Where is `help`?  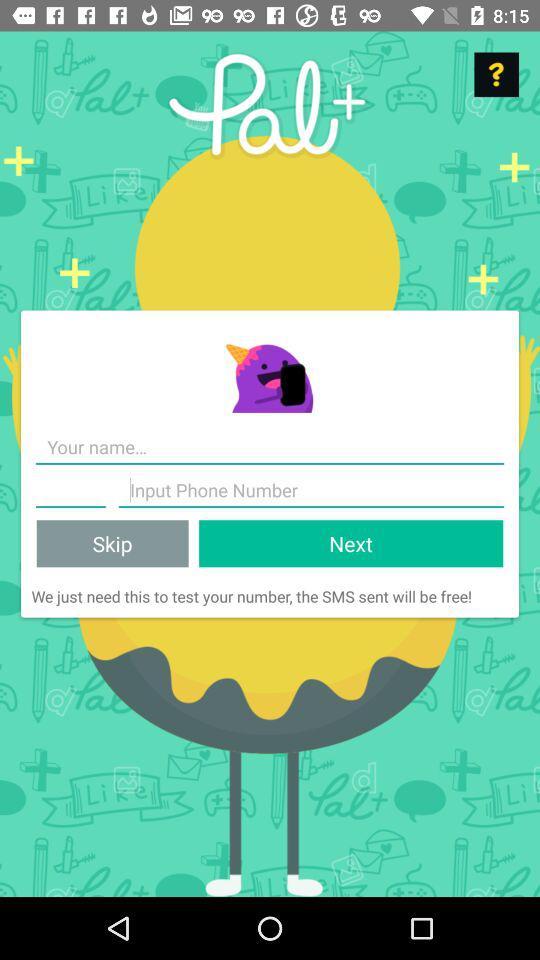
help is located at coordinates (495, 74).